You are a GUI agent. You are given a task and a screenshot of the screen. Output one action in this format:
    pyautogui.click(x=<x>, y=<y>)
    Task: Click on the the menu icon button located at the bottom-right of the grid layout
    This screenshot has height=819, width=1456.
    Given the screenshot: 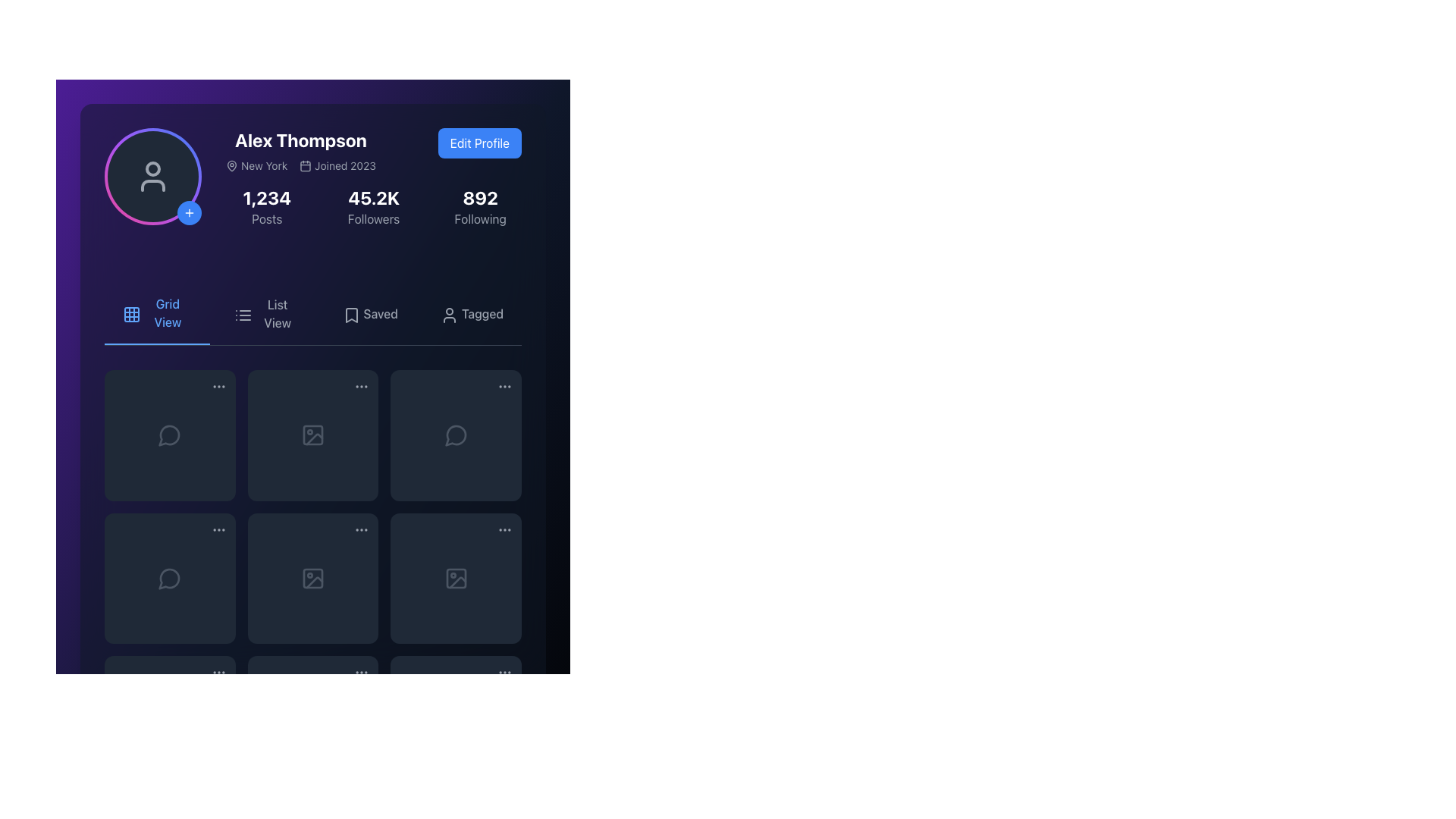 What is the action you would take?
    pyautogui.click(x=505, y=672)
    